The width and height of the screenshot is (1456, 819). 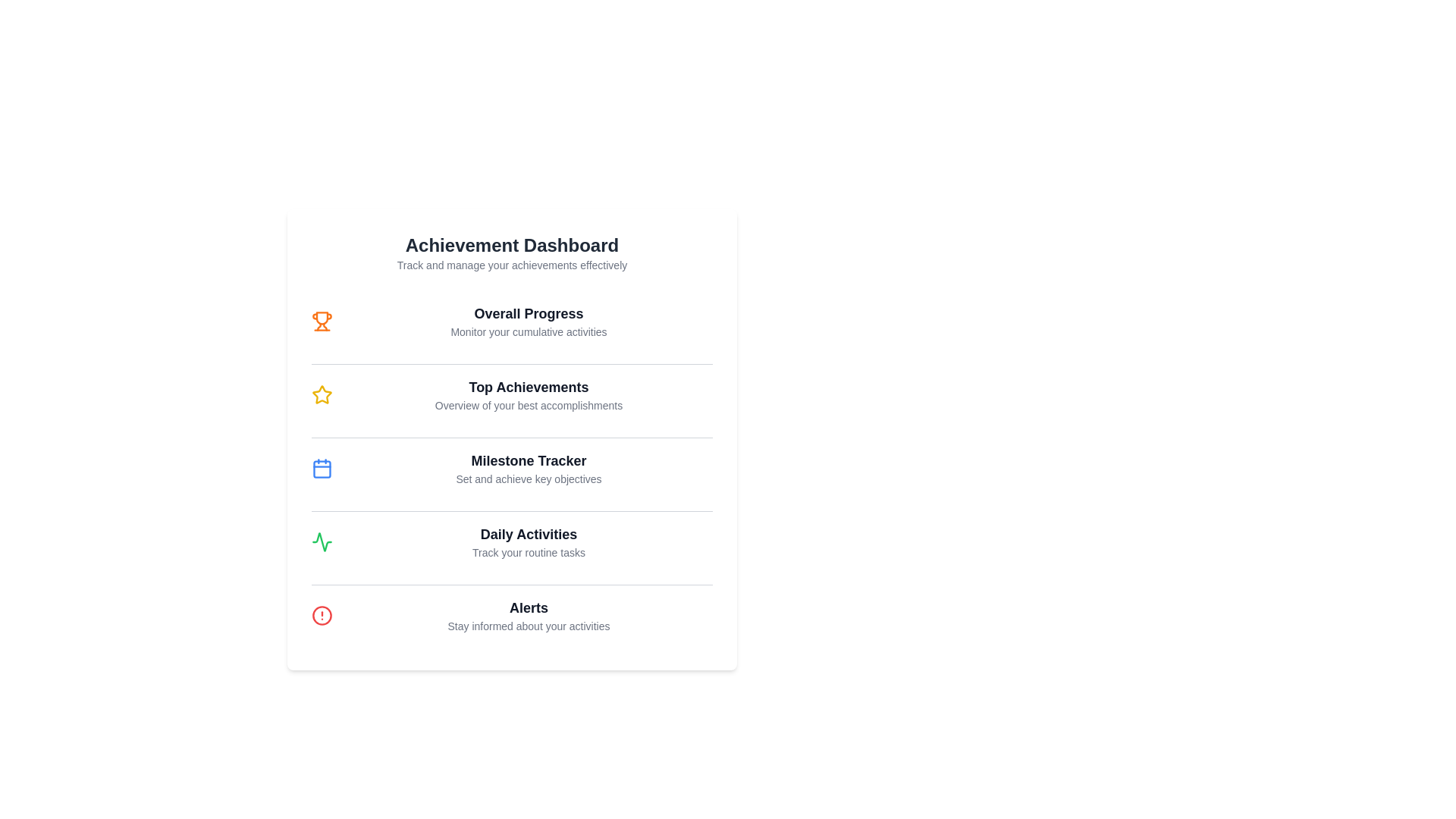 What do you see at coordinates (529, 394) in the screenshot?
I see `text from the Text block that serves as a heading and description for the user's top achievements, located between 'Overall Progress' and 'Milestone Tracker'` at bounding box center [529, 394].